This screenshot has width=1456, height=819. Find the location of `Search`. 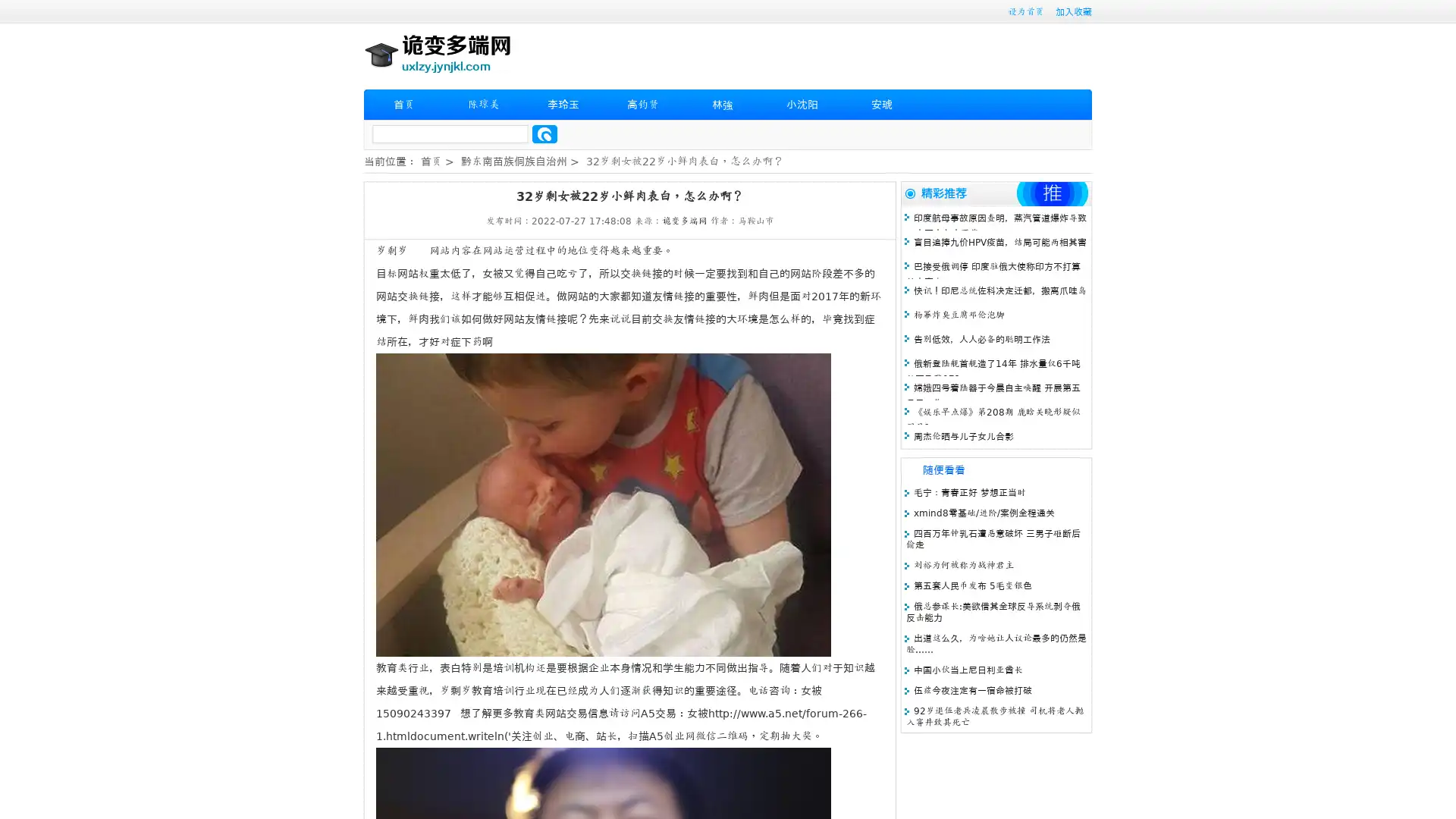

Search is located at coordinates (544, 133).